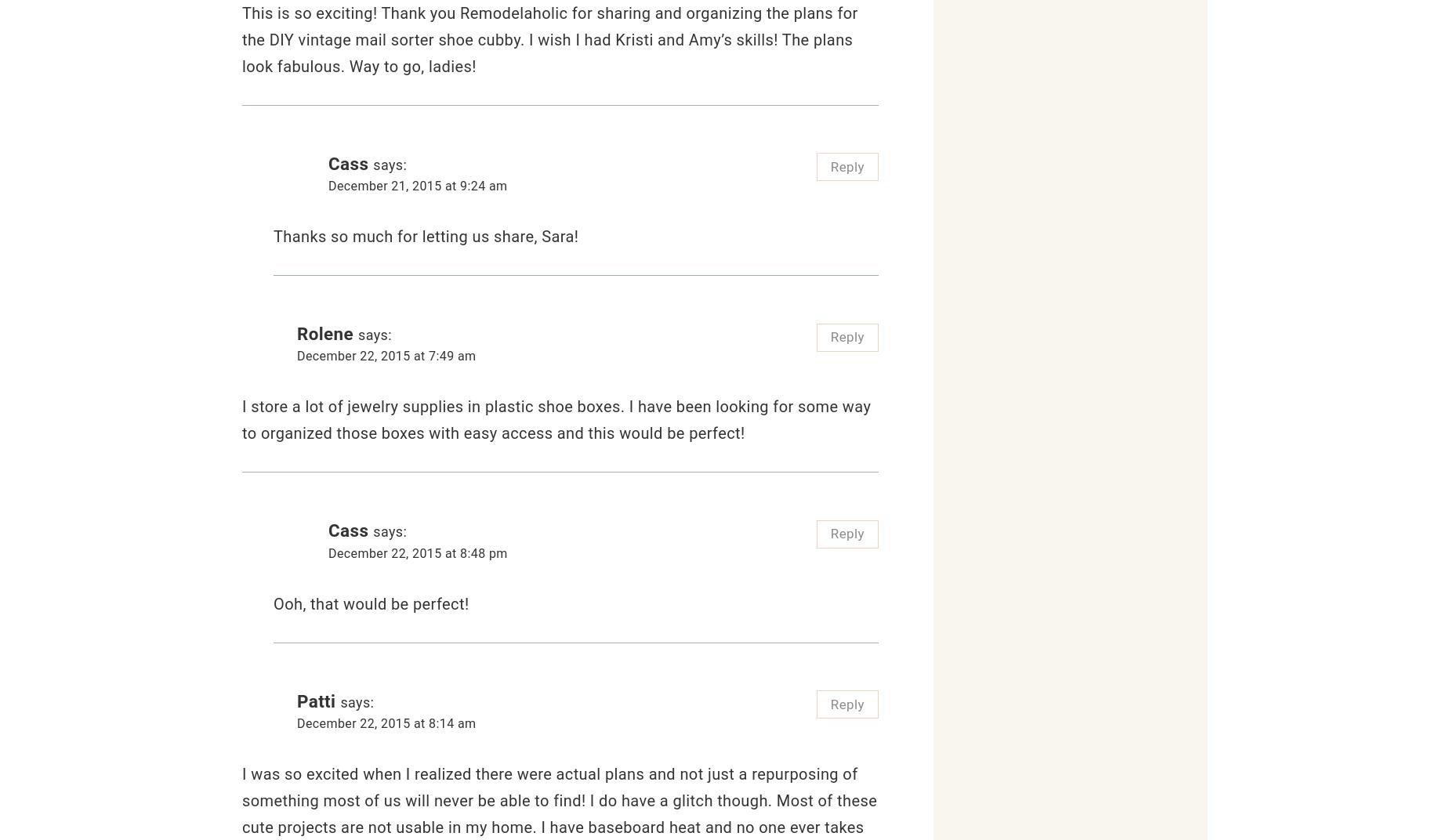 This screenshot has height=840, width=1450. What do you see at coordinates (426, 235) in the screenshot?
I see `'Thanks so much for letting us share, Sara!'` at bounding box center [426, 235].